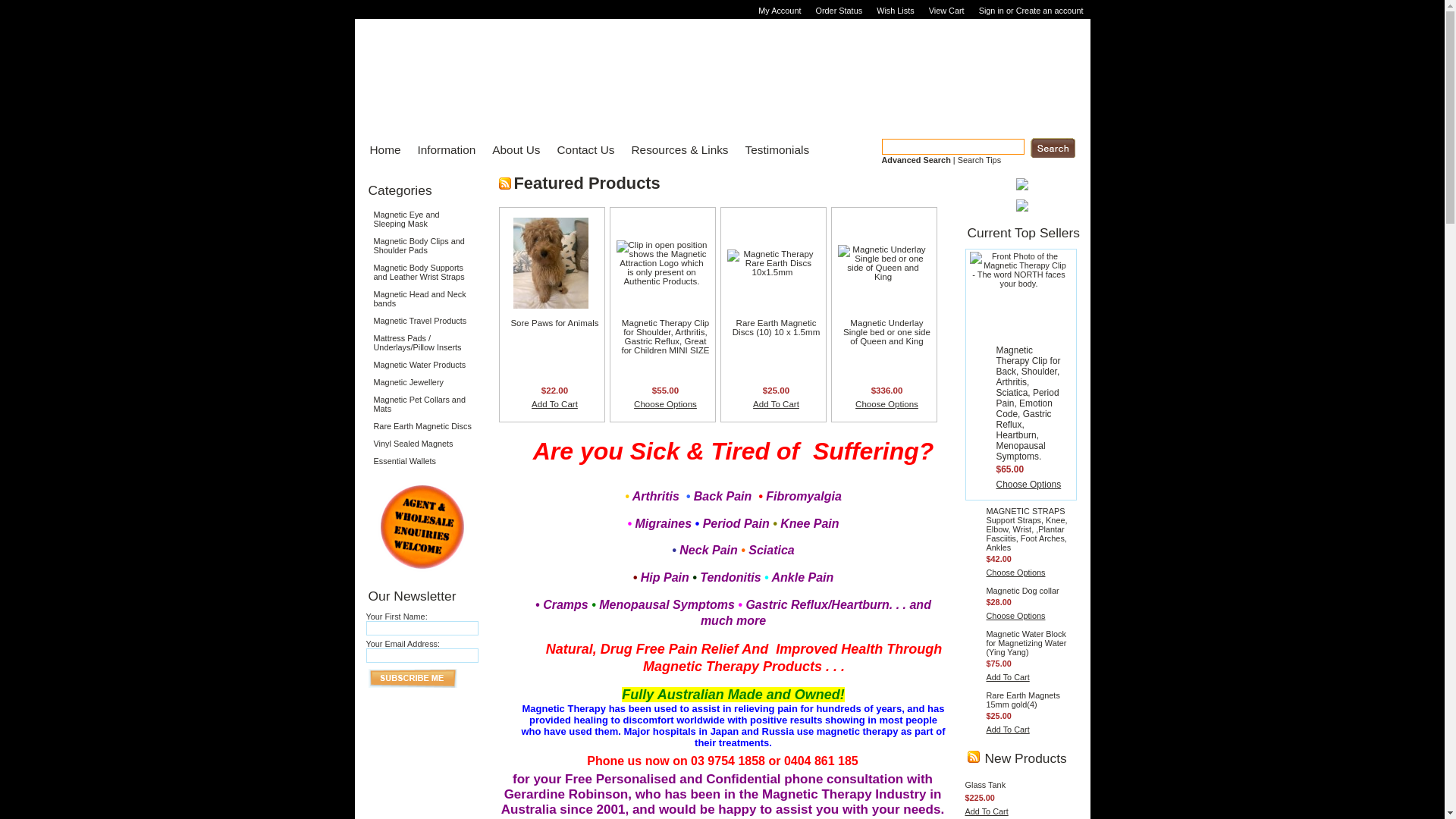 The height and width of the screenshot is (819, 1456). What do you see at coordinates (511, 149) in the screenshot?
I see `'About Us'` at bounding box center [511, 149].